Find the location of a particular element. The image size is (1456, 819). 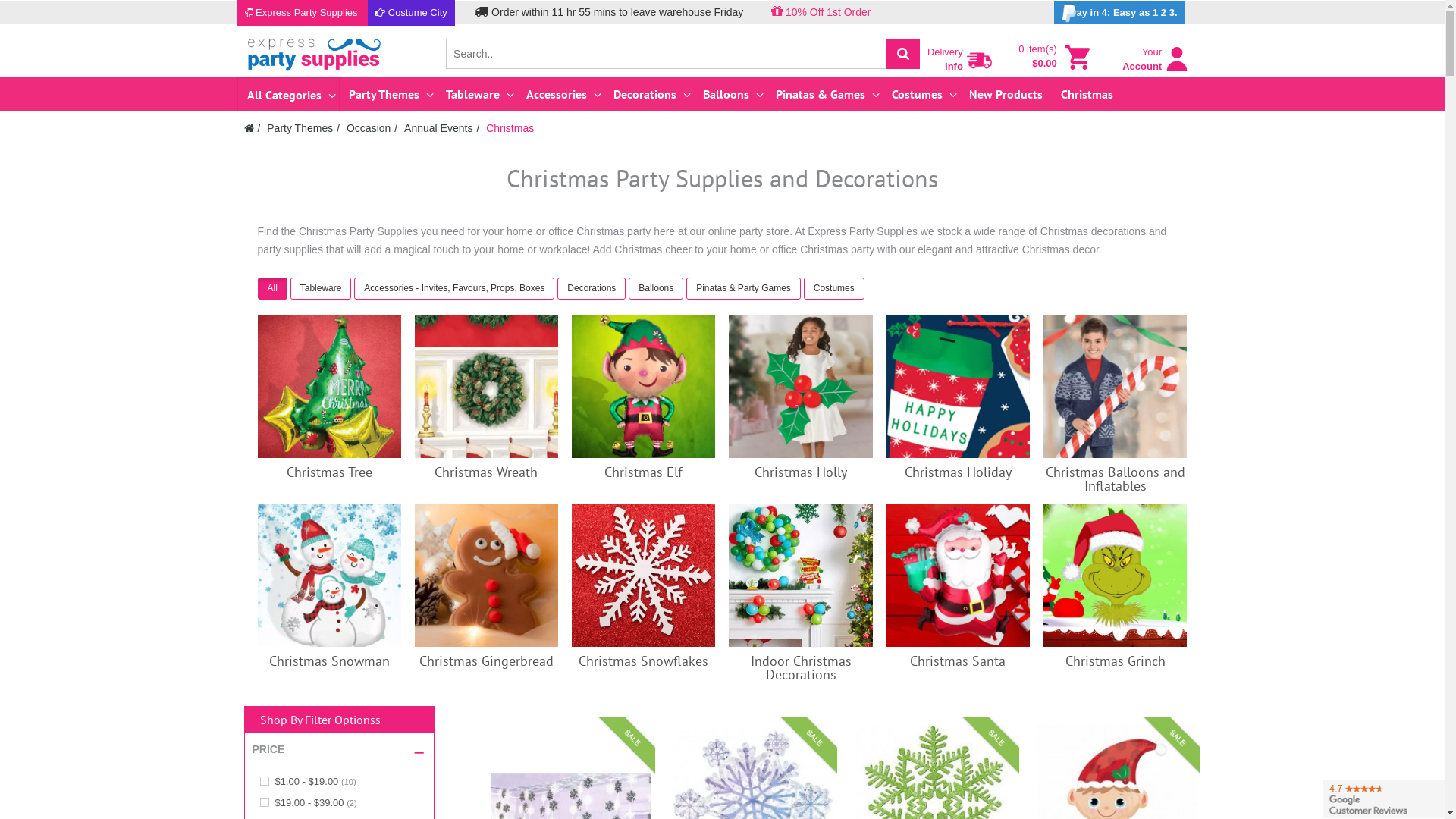

'Pinatas & Party Games' is located at coordinates (686, 288).